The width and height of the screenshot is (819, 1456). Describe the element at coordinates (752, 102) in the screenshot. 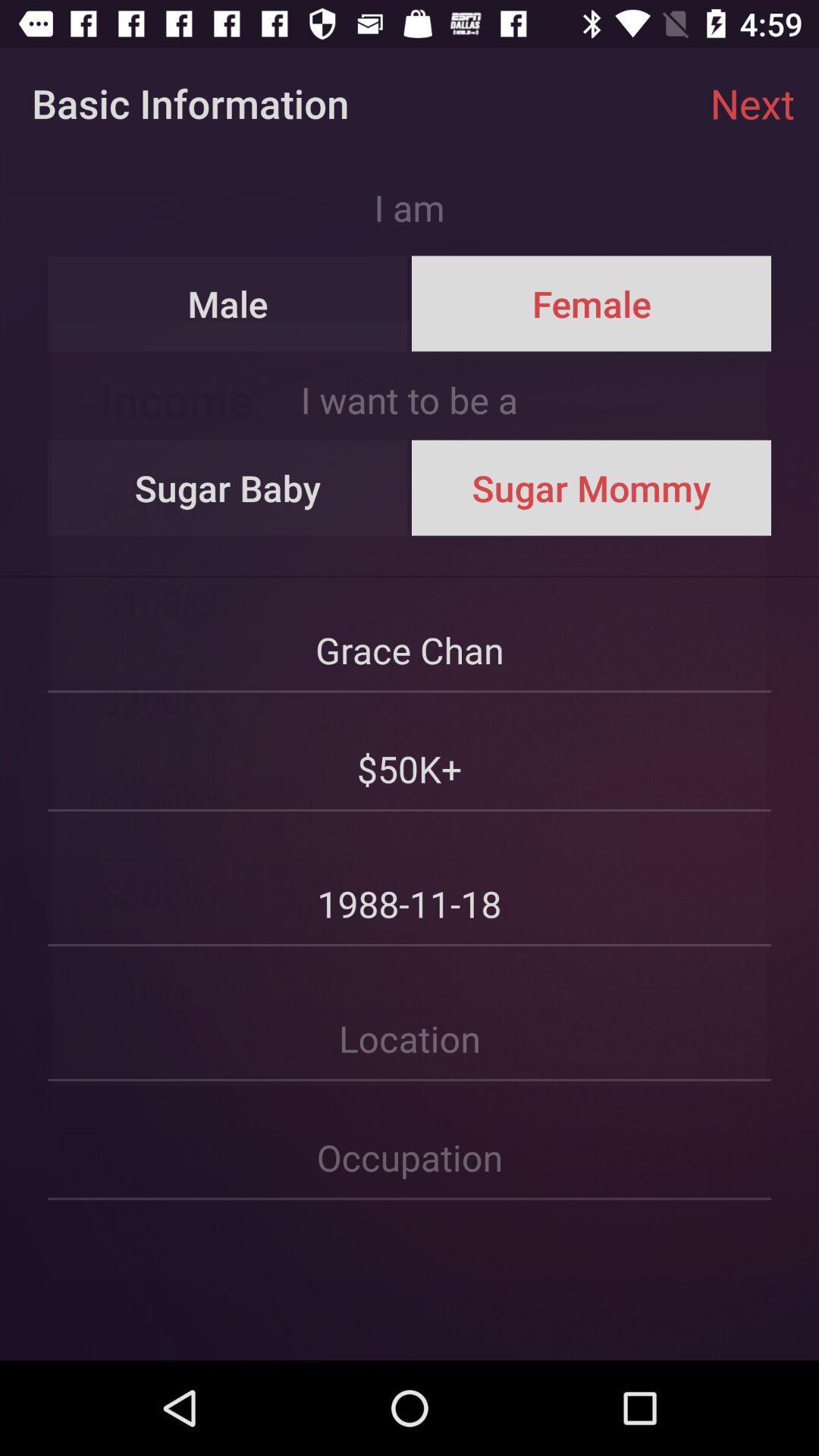

I see `the icon to the right of basic information icon` at that location.